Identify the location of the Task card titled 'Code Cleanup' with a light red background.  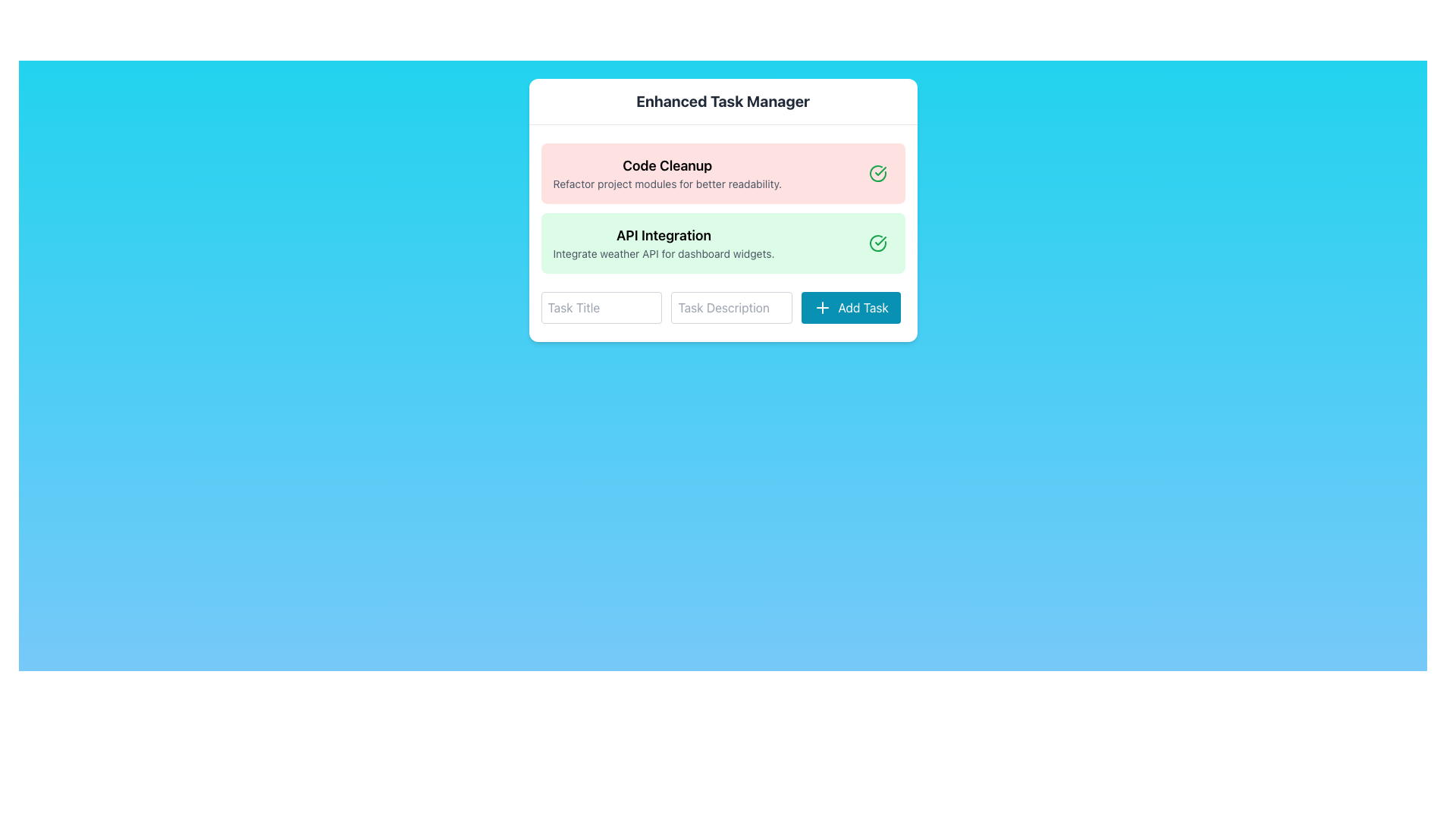
(722, 172).